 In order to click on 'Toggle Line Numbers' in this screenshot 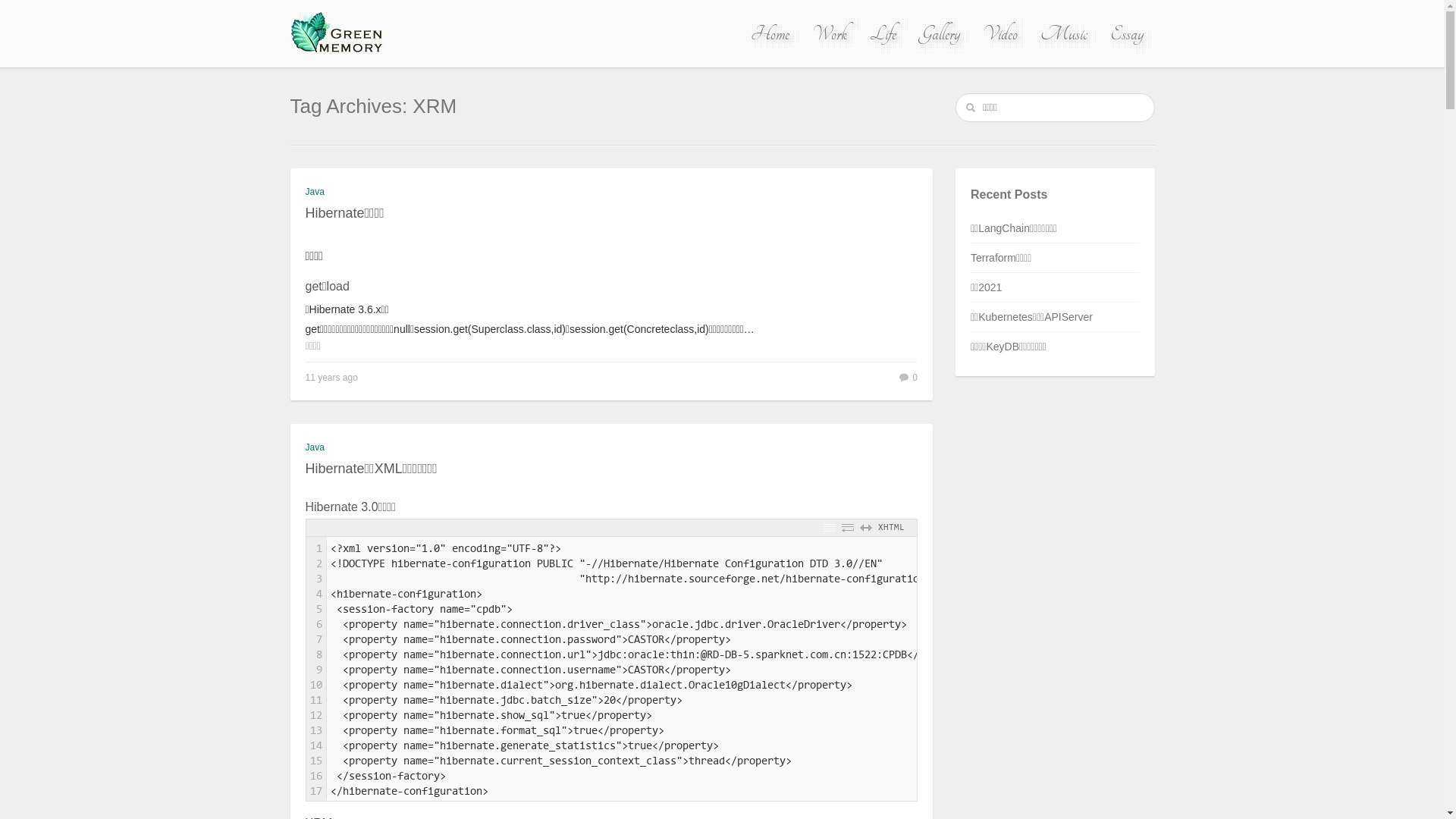, I will do `click(829, 527)`.